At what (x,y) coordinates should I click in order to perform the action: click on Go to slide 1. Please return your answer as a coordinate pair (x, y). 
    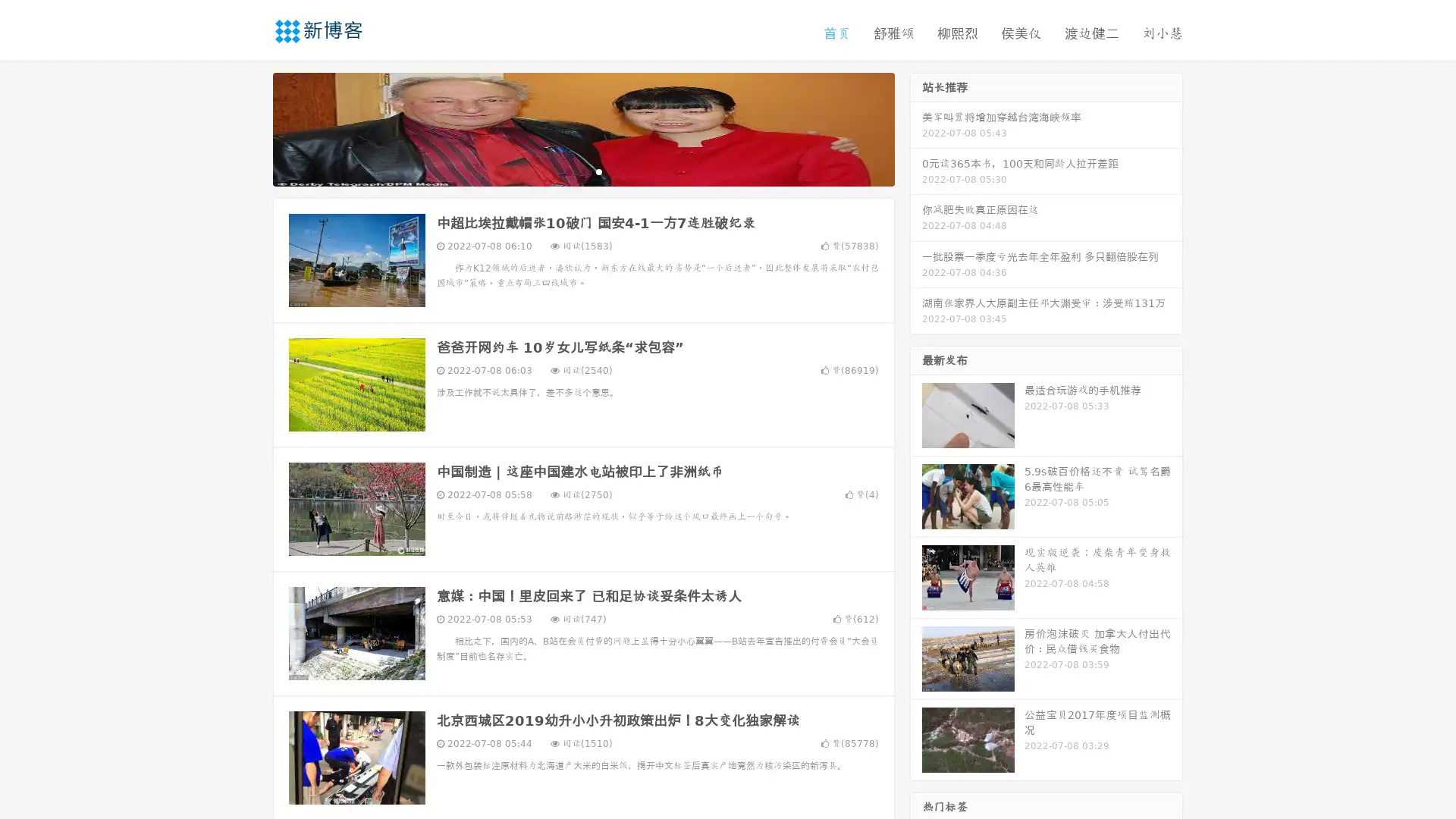
    Looking at the image, I should click on (567, 171).